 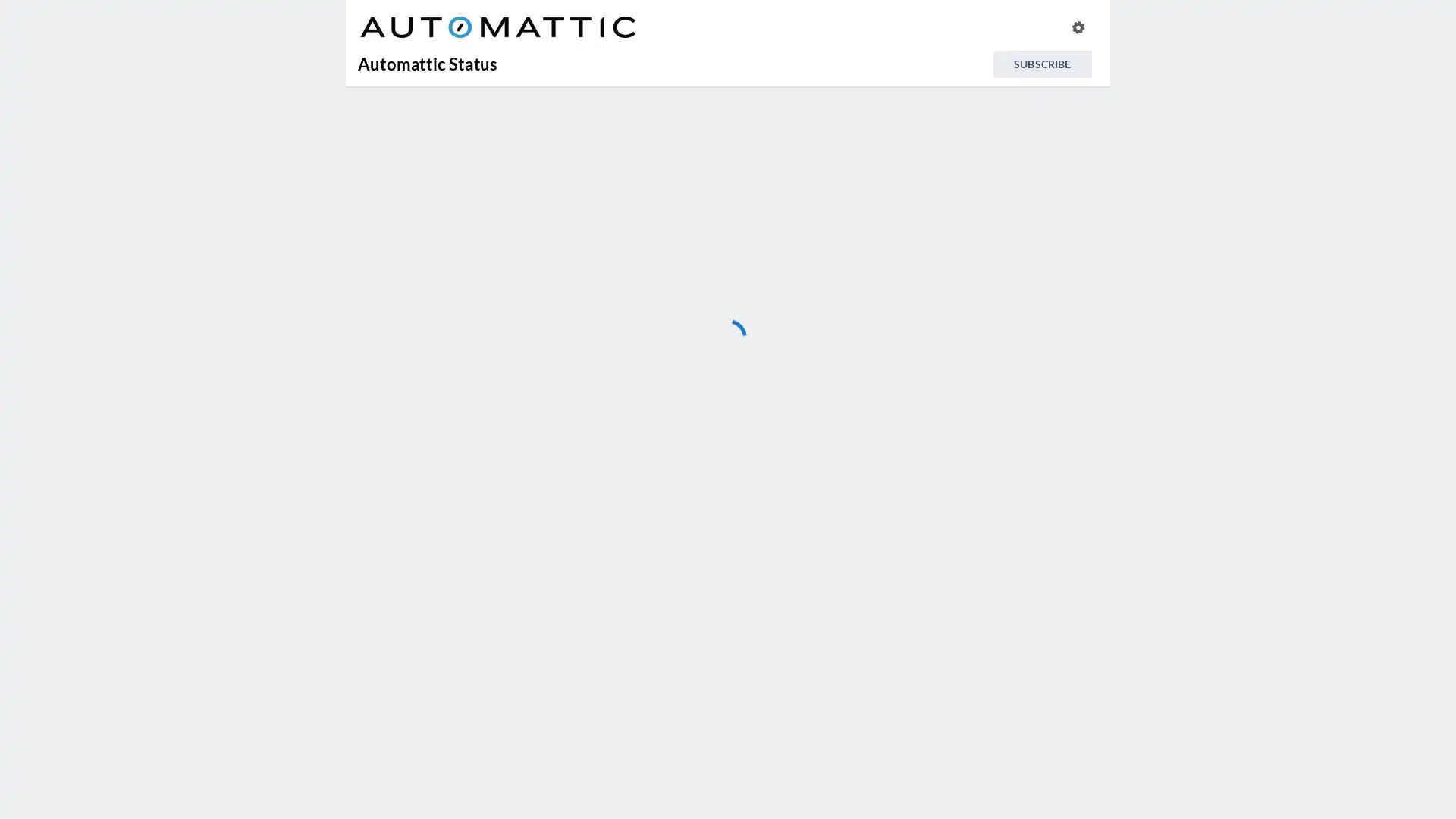 I want to click on Gravatar Response Time : 20 ms, so click(x=635, y=396).